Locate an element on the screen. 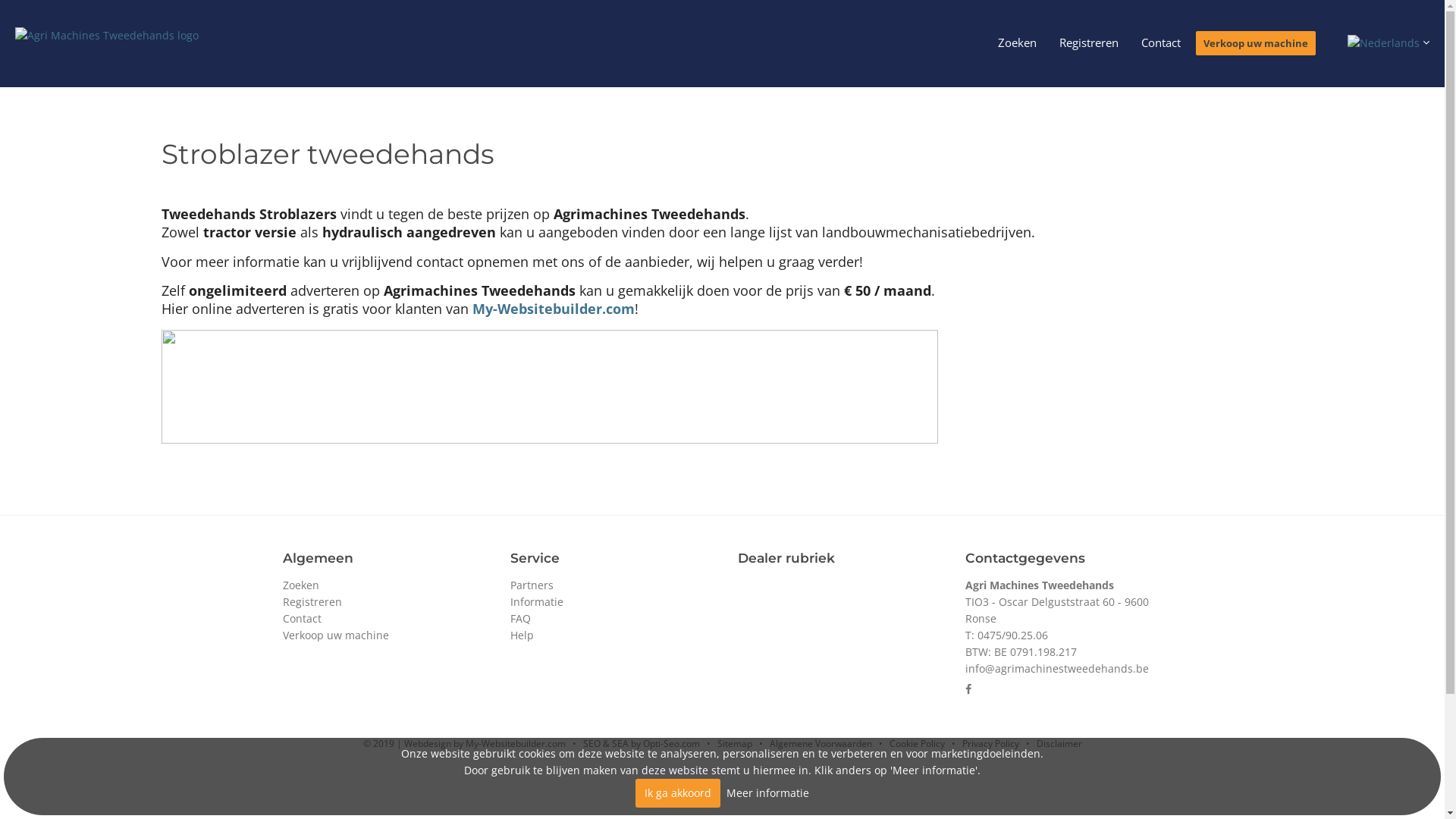 This screenshot has height=819, width=1456. 'Algemene Voorwaarden' is located at coordinates (819, 742).